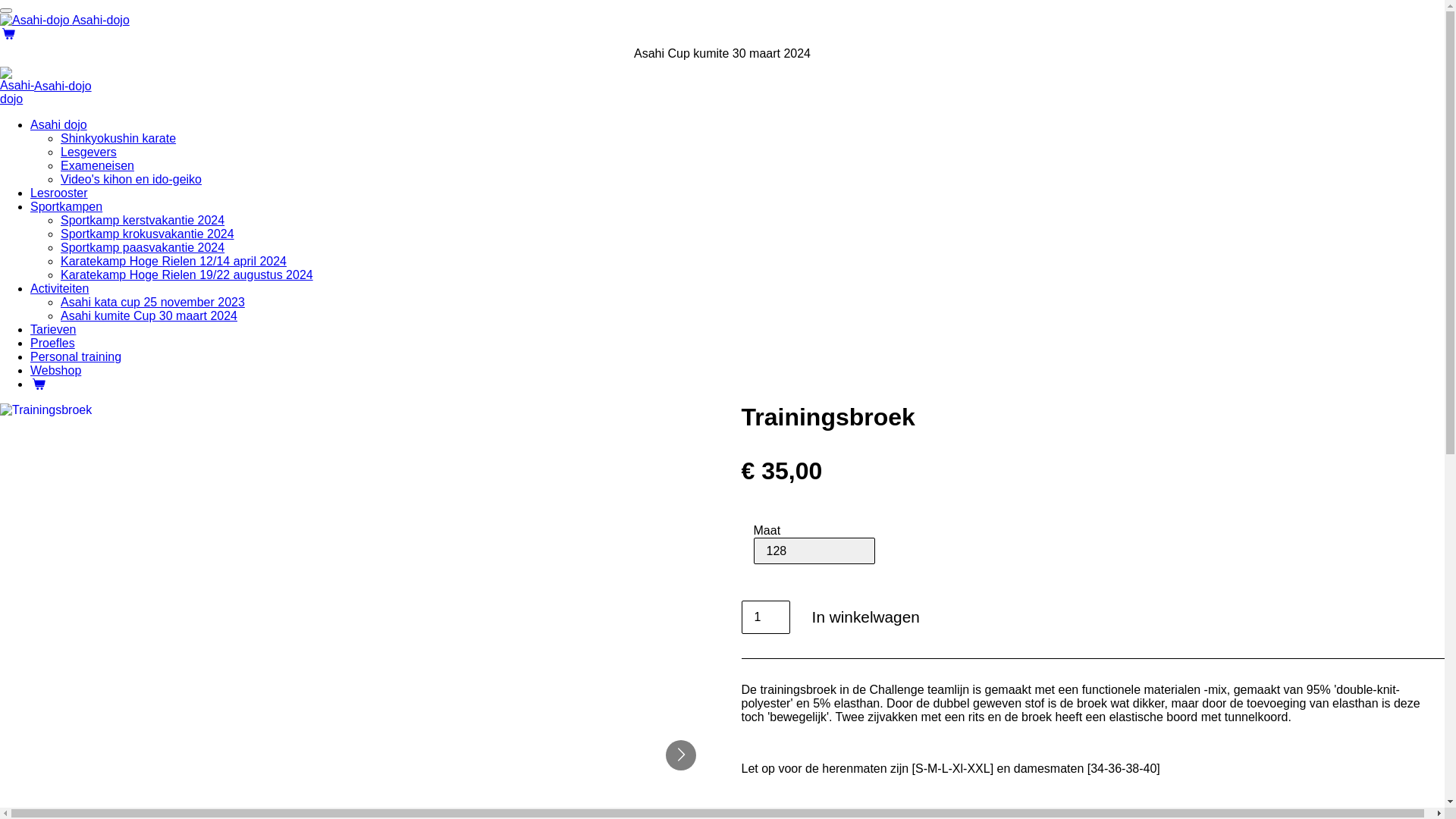 This screenshot has width=1456, height=819. What do you see at coordinates (796, 617) in the screenshot?
I see `'In winkelwagen'` at bounding box center [796, 617].